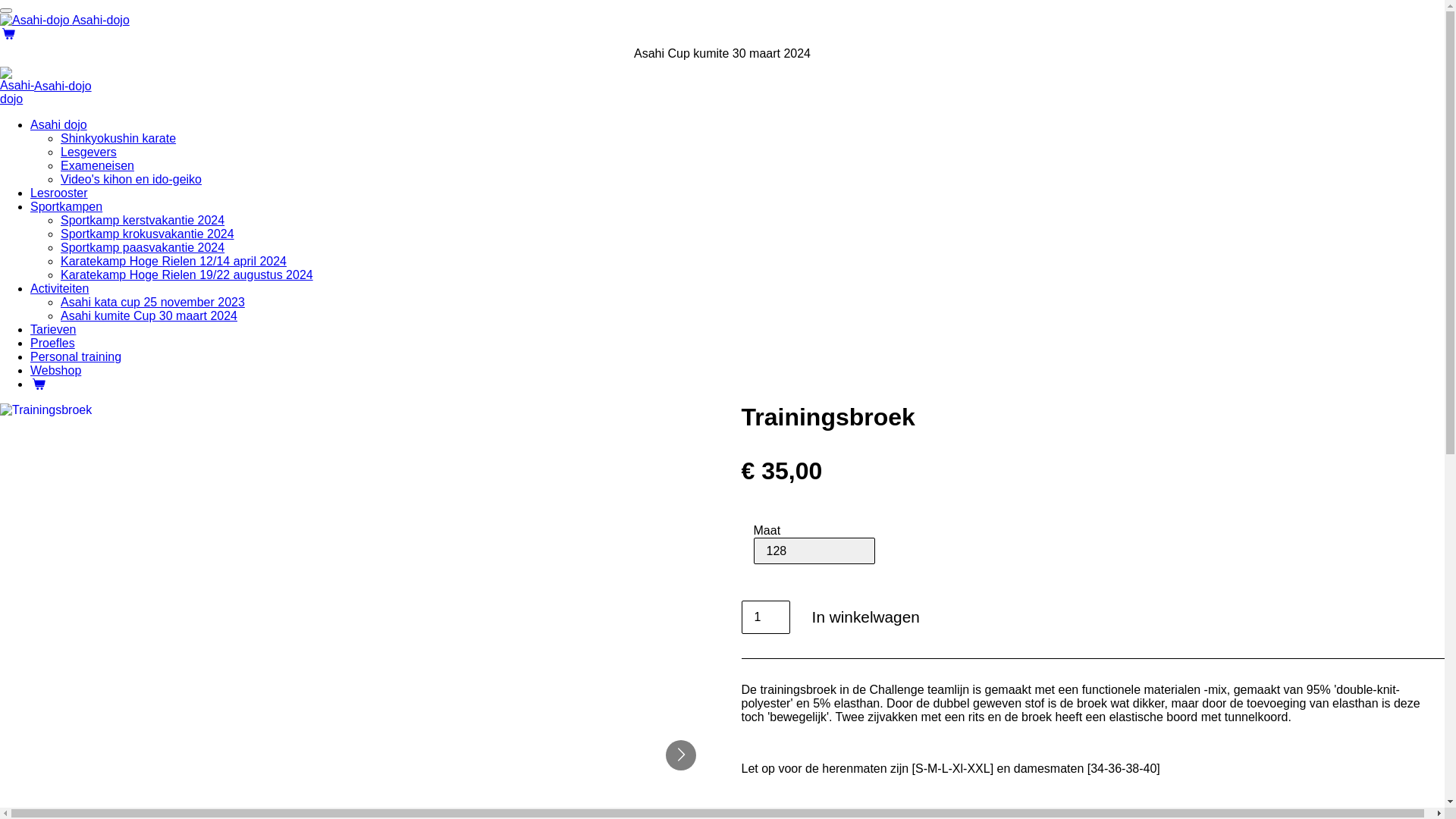 This screenshot has width=1456, height=819. What do you see at coordinates (796, 617) in the screenshot?
I see `'In winkelwagen'` at bounding box center [796, 617].